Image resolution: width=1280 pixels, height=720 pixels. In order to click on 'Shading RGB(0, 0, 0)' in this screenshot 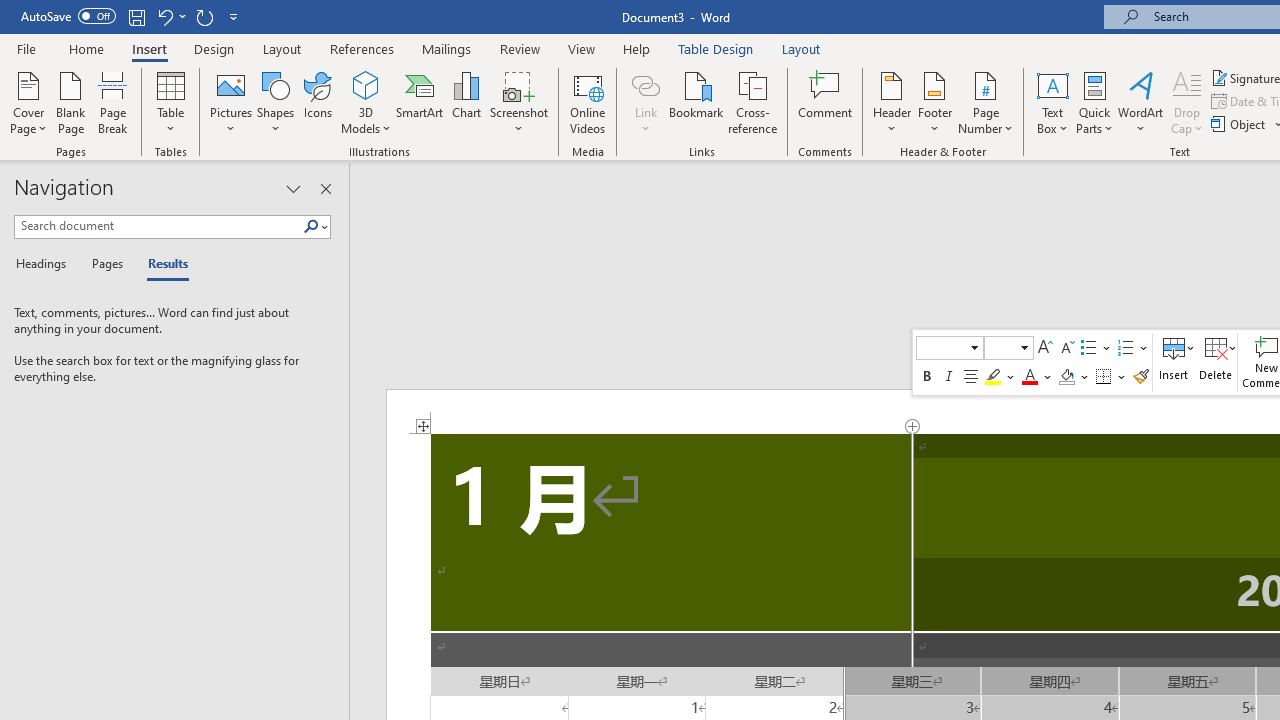, I will do `click(1065, 376)`.